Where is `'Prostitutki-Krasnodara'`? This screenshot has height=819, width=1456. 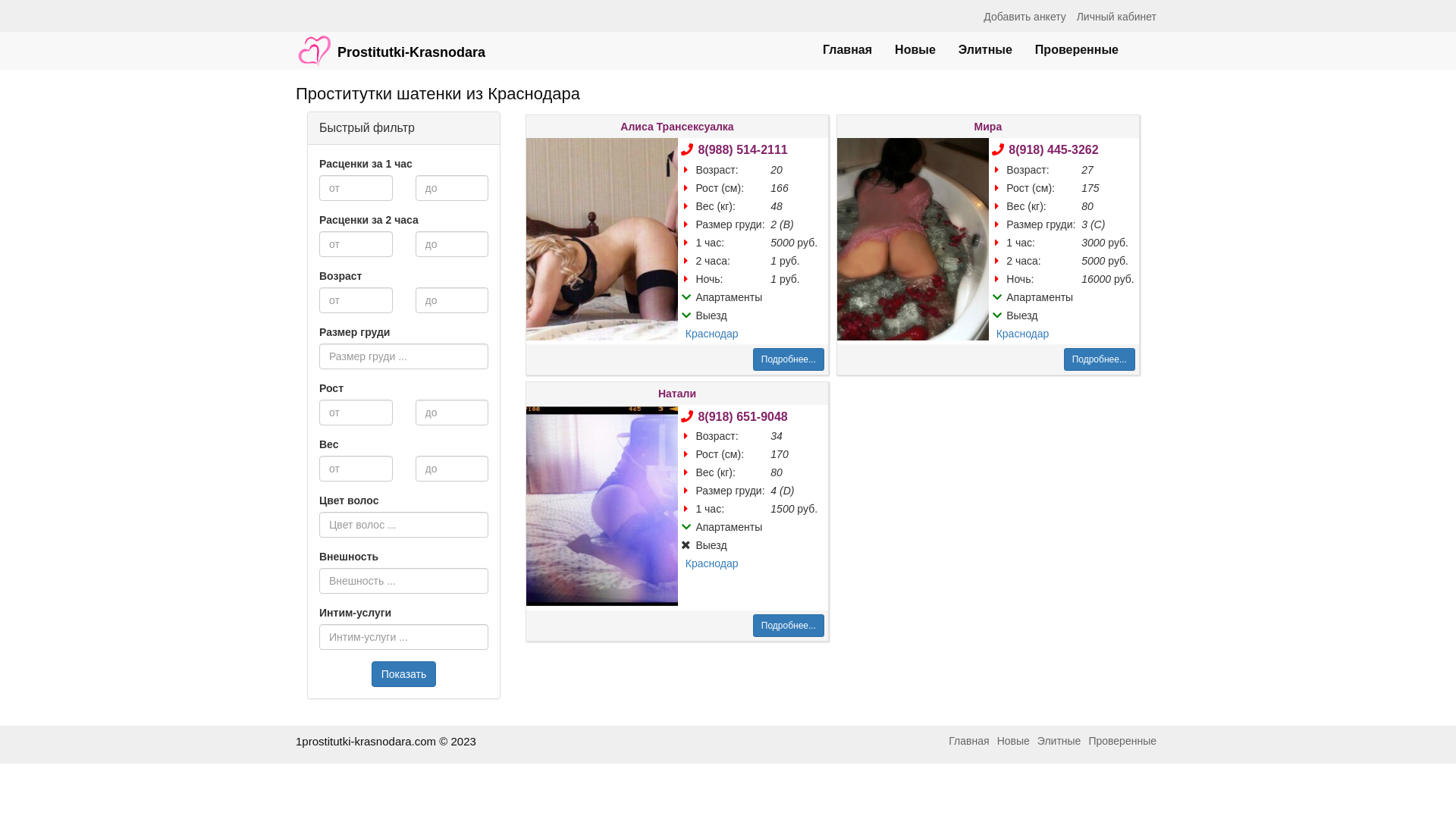 'Prostitutki-Krasnodara' is located at coordinates (390, 42).